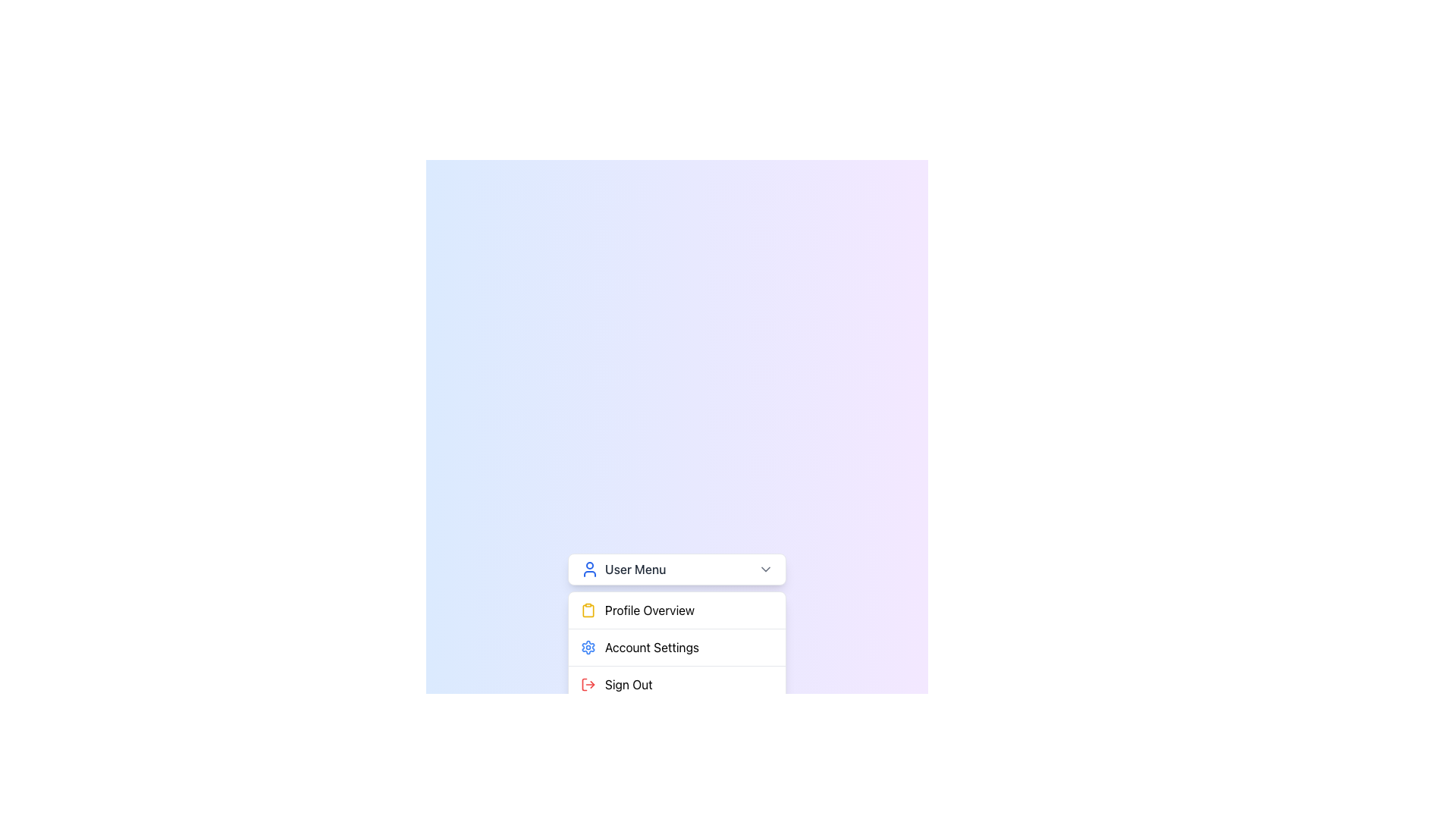 Image resolution: width=1456 pixels, height=819 pixels. What do you see at coordinates (588, 610) in the screenshot?
I see `the 'Profile Overview' icon located in the first entry of the dropdown menu, which provides visual reinforcement for the option` at bounding box center [588, 610].